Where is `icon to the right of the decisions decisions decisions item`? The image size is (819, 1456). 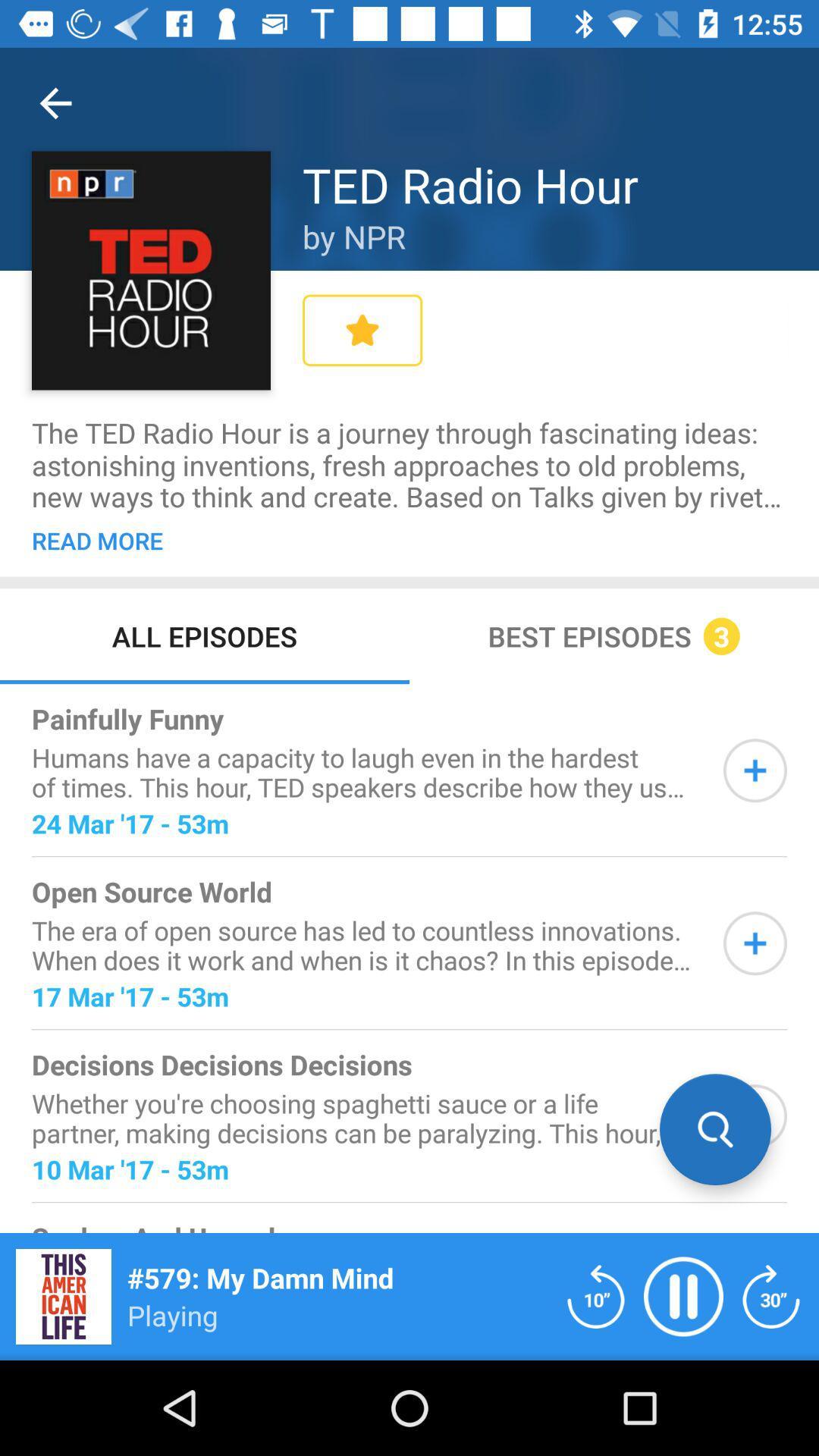
icon to the right of the decisions decisions decisions item is located at coordinates (715, 1129).